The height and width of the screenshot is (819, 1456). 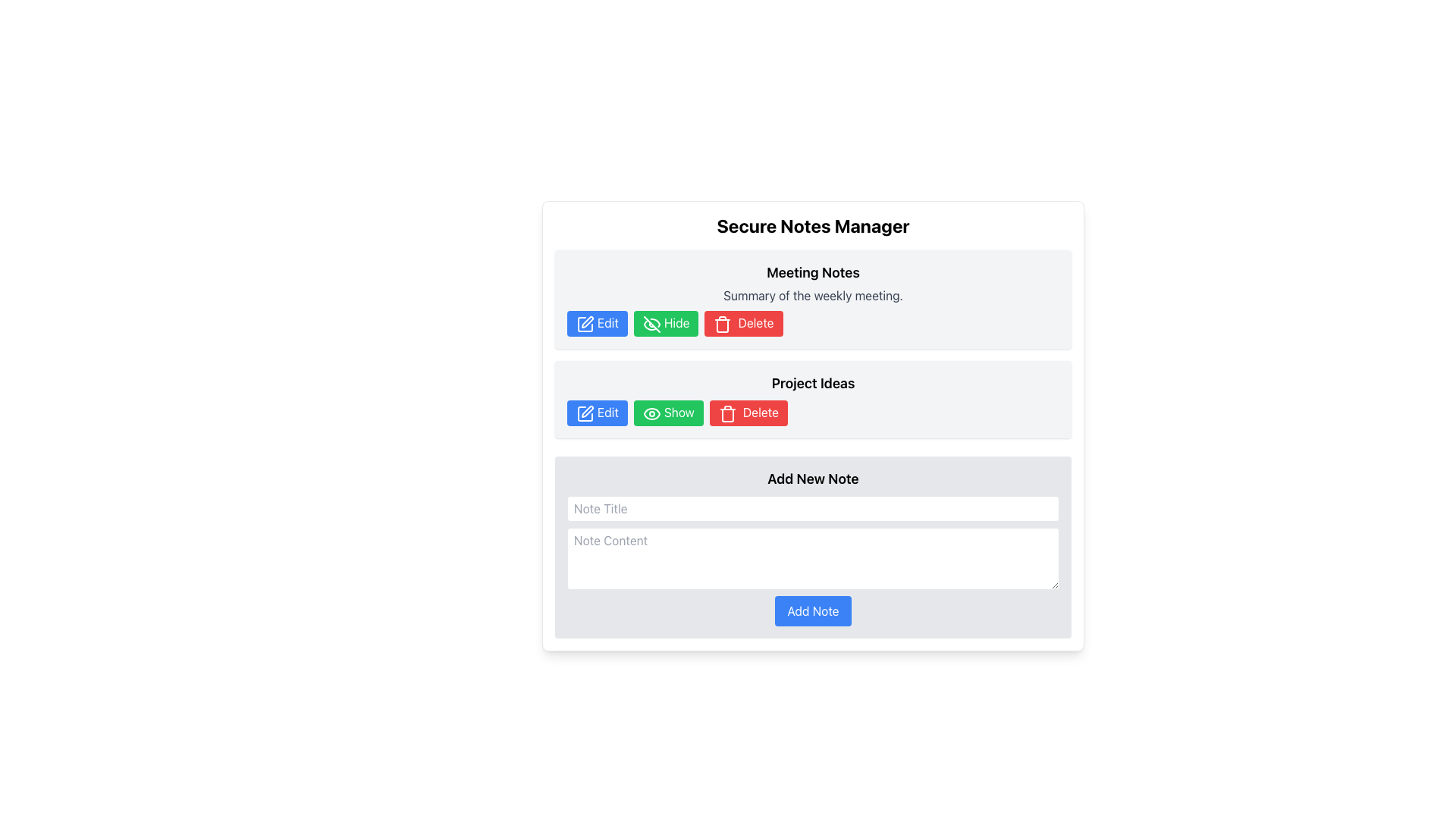 I want to click on the 'Meeting Notes' text element, which is displayed in bold and larger font as the title of the section, positioned above the 'Summary of the weekly meeting.', so click(x=812, y=271).